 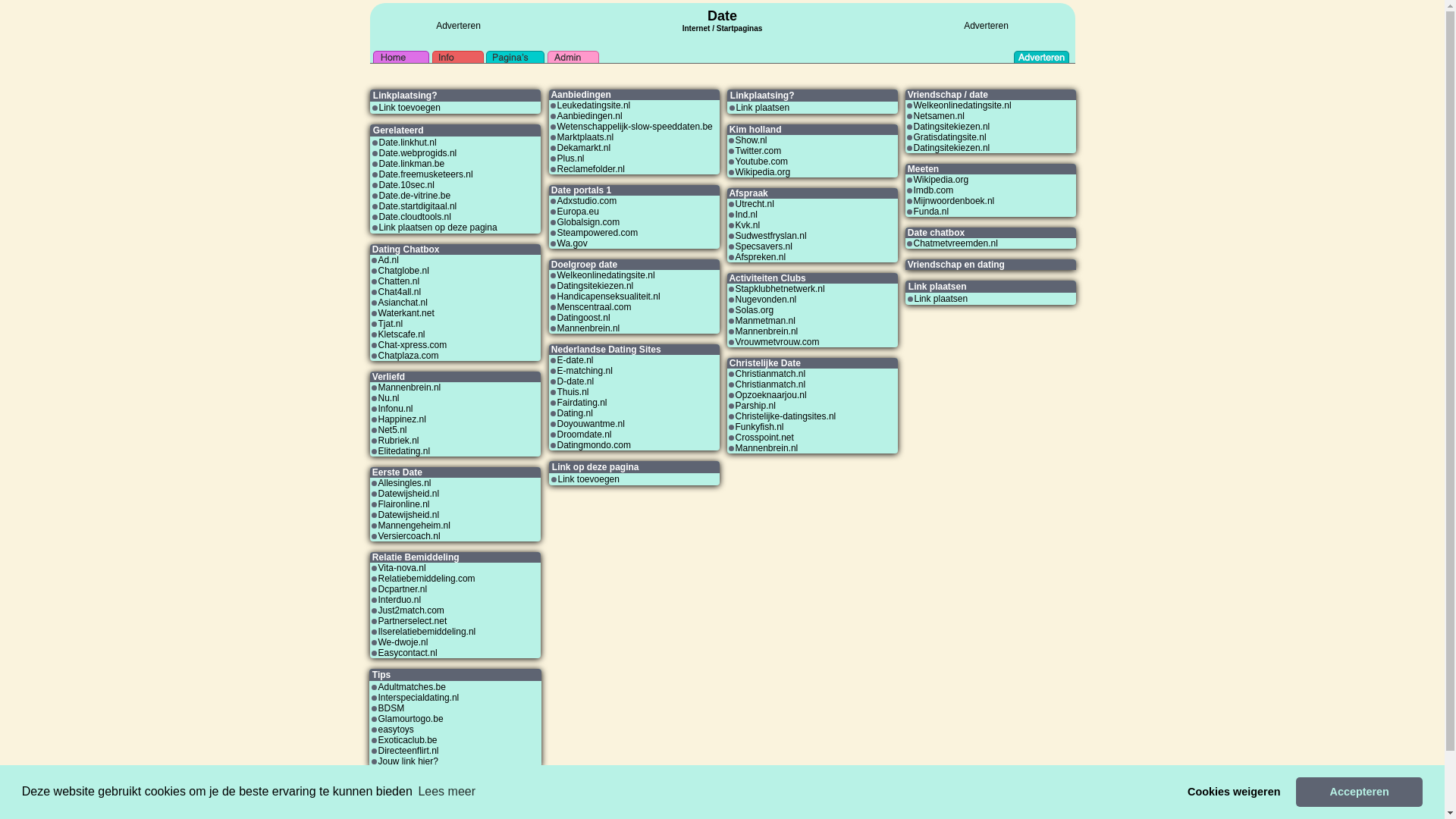 What do you see at coordinates (940, 178) in the screenshot?
I see `'Wikipedia.org'` at bounding box center [940, 178].